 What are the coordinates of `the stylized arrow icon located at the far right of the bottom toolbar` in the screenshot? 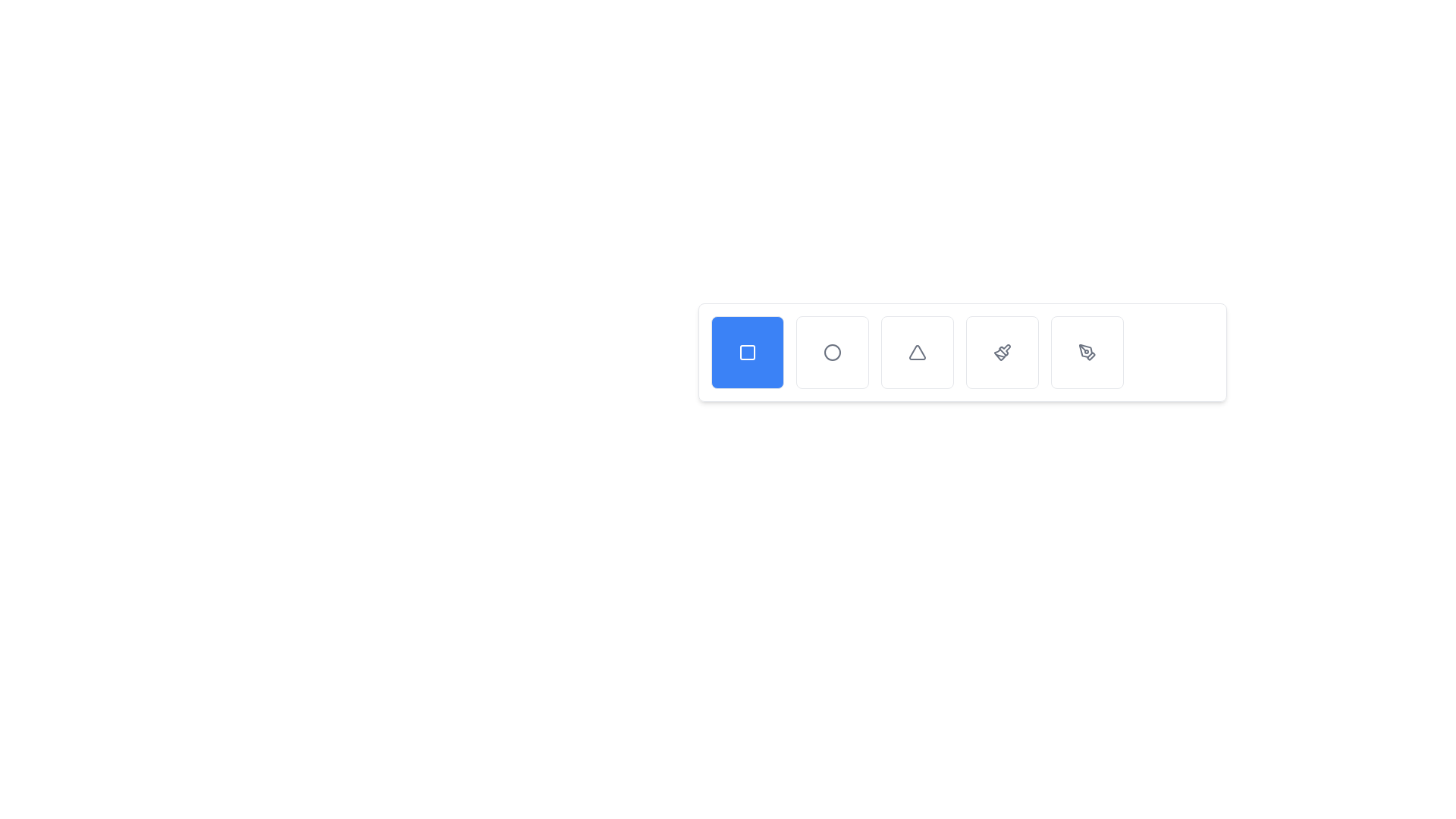 It's located at (1090, 356).